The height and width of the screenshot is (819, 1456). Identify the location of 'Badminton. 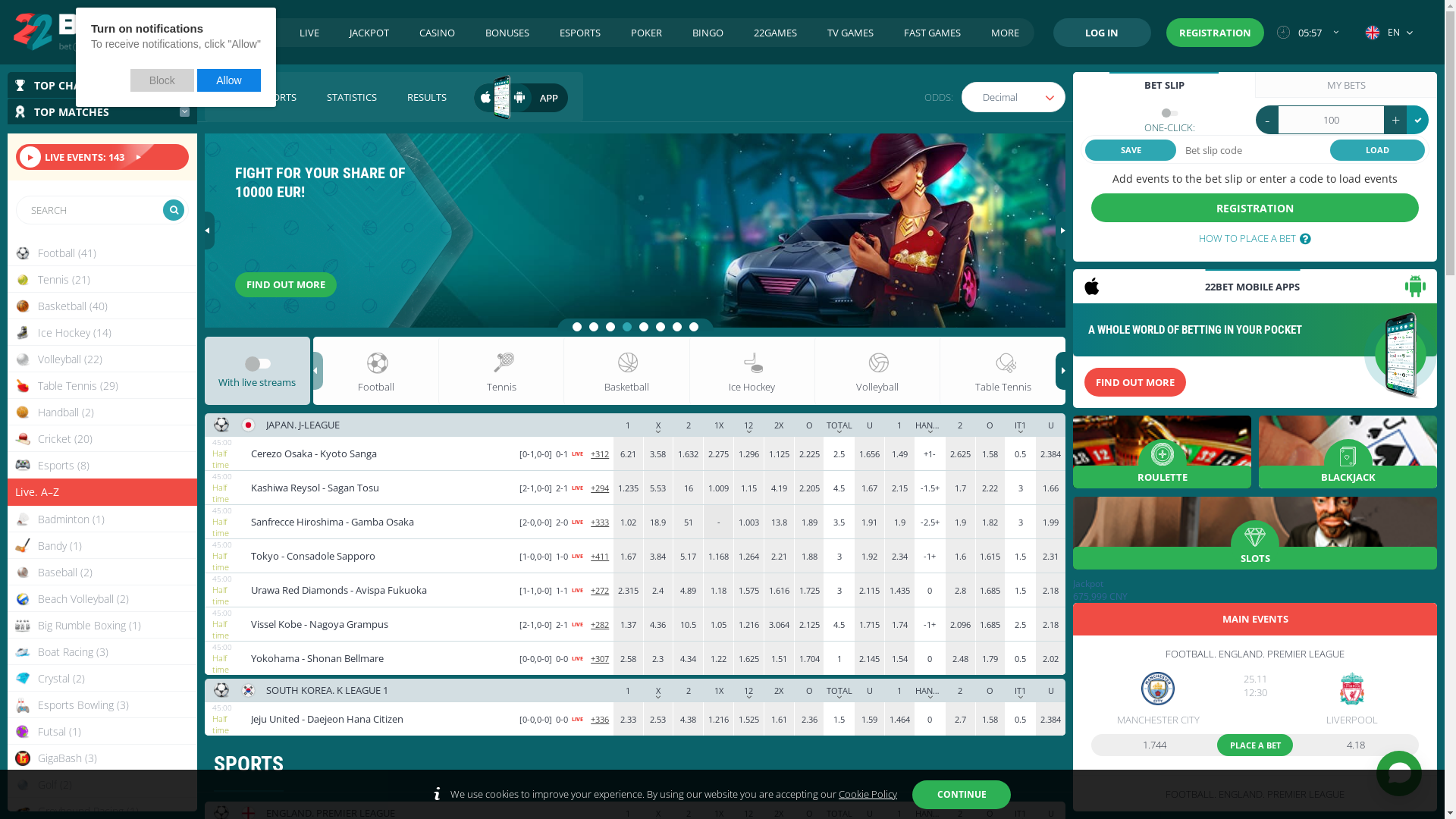
(101, 518).